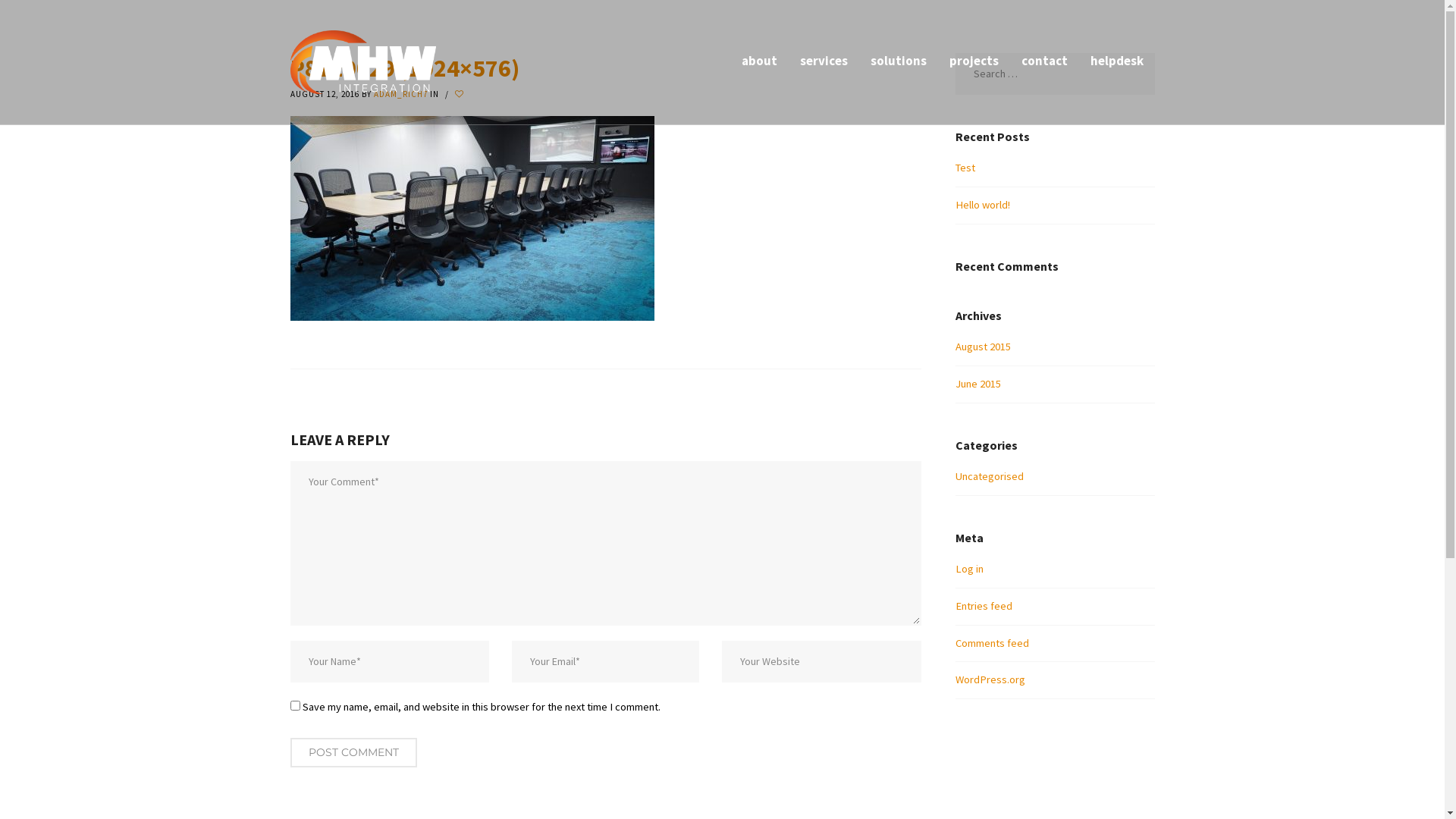  What do you see at coordinates (964, 167) in the screenshot?
I see `'Test'` at bounding box center [964, 167].